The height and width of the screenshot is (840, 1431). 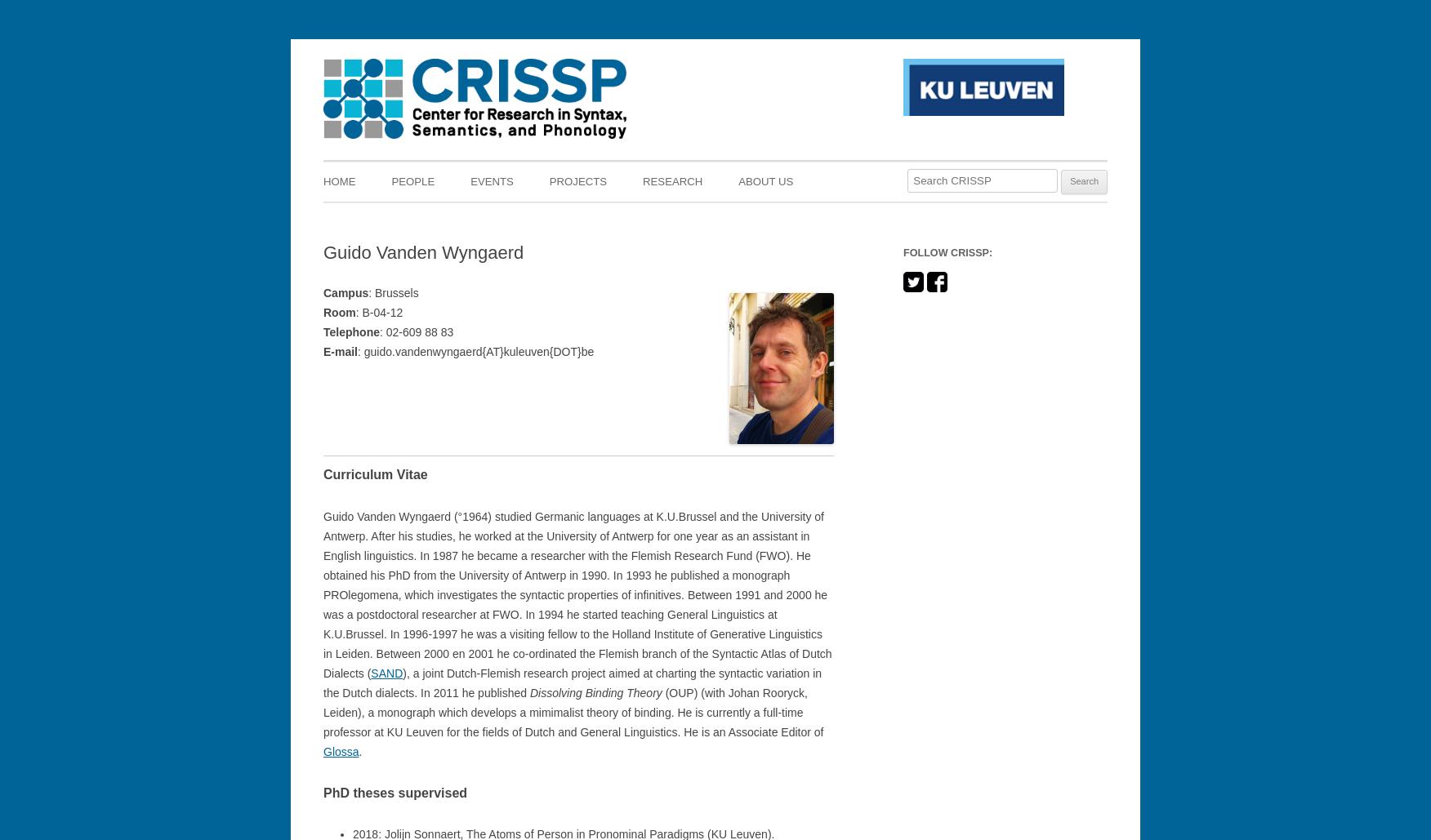 What do you see at coordinates (573, 710) in the screenshot?
I see `'(OUP) (with Johan Rooryck, Leiden), a monograph which develops a mimimalist theory of binding. He is currently a full-time professor at KU Leuven for the fields of Dutch and General Linguistics. He is an Associate Editor of'` at bounding box center [573, 710].